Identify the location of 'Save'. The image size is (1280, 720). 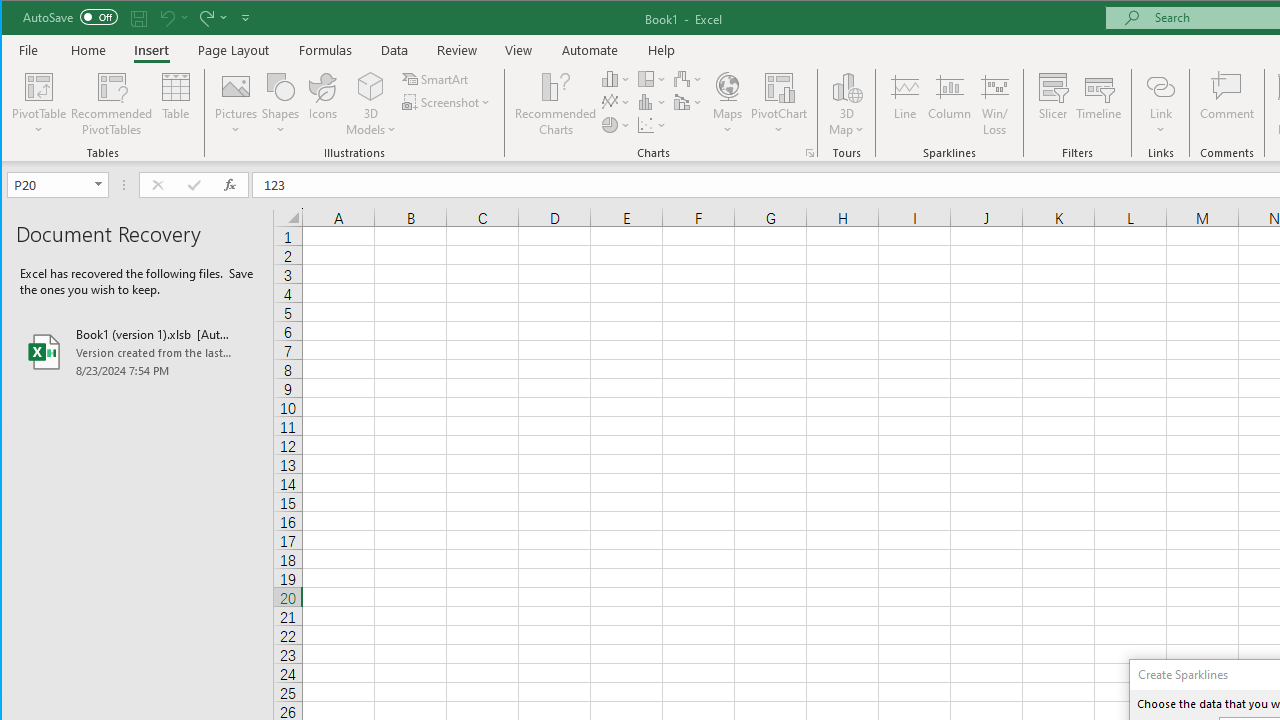
(138, 17).